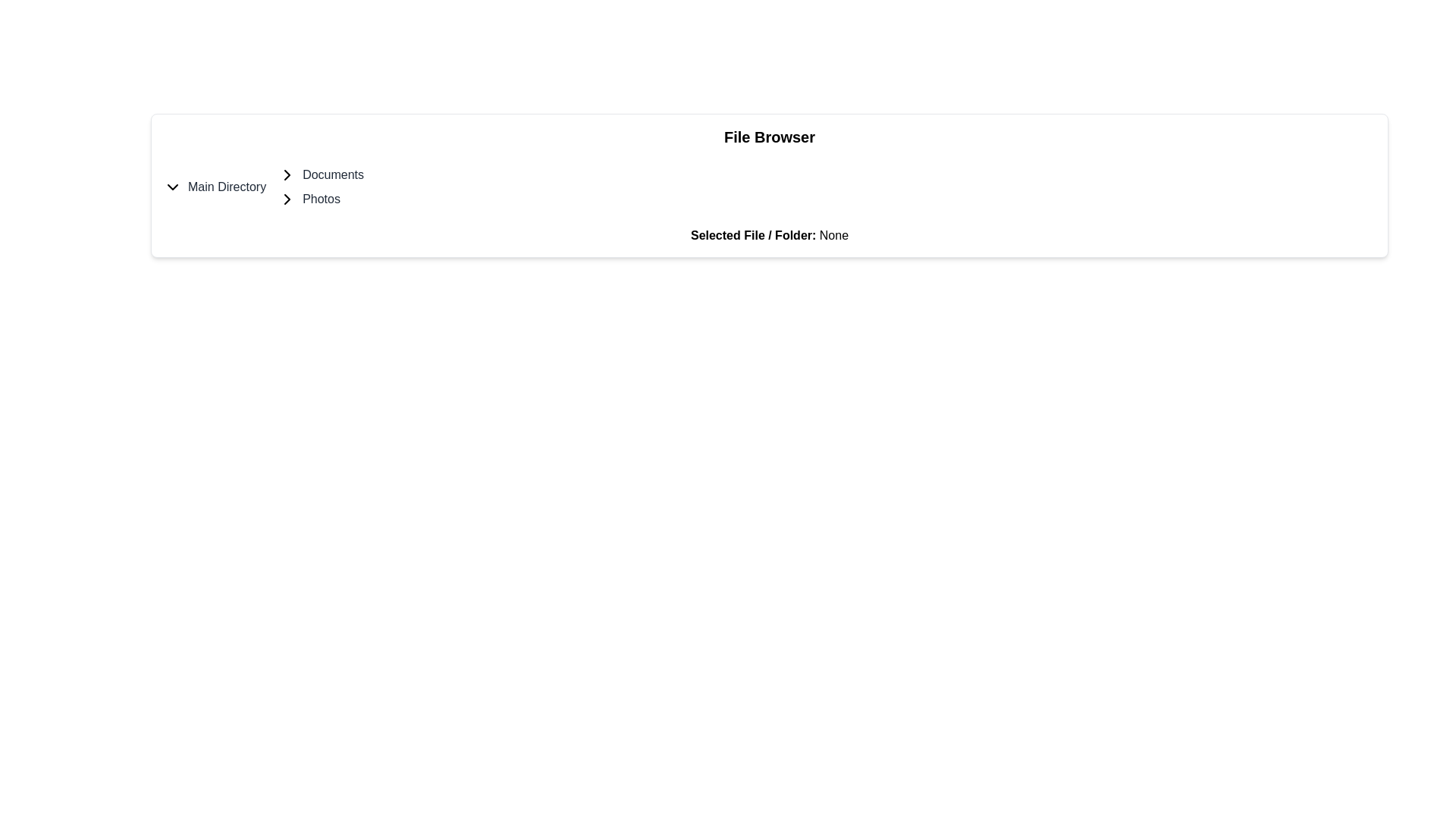 Image resolution: width=1456 pixels, height=819 pixels. Describe the element at coordinates (287, 174) in the screenshot. I see `the small right-pointing chevron icon, which is visually represented by three connected lines forming an arrow, located to the right of the 'Documents' text` at that location.